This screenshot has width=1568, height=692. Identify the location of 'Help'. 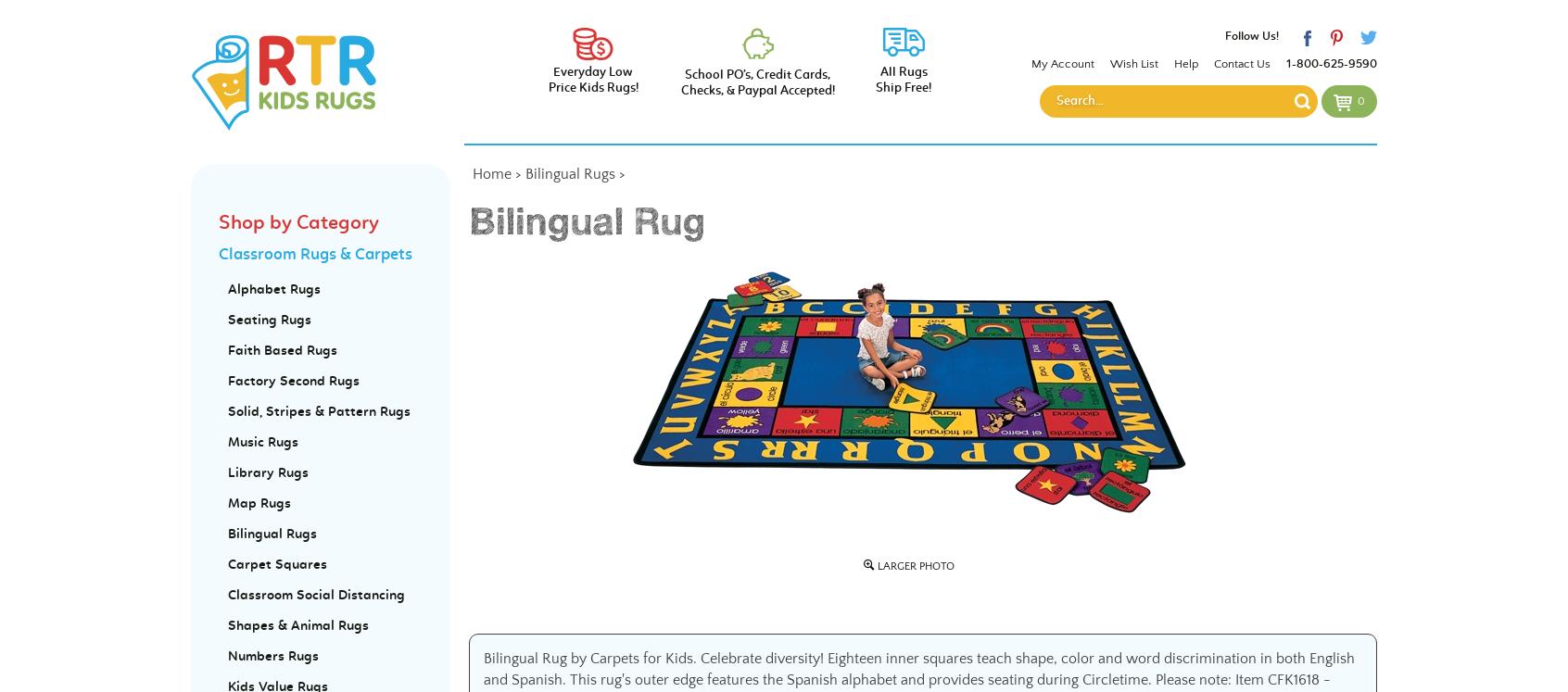
(1183, 61).